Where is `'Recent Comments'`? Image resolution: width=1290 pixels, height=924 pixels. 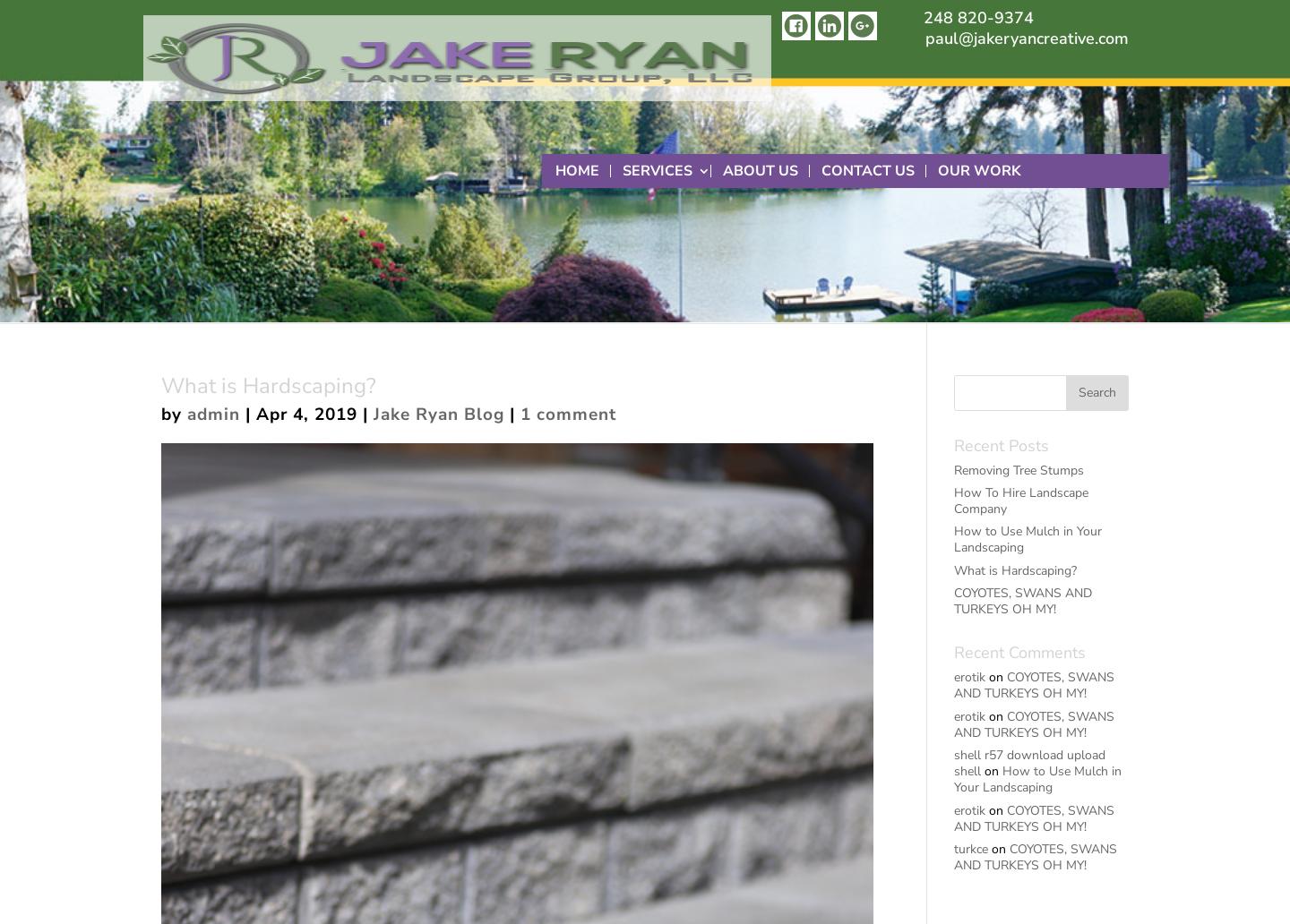
'Recent Comments' is located at coordinates (1018, 652).